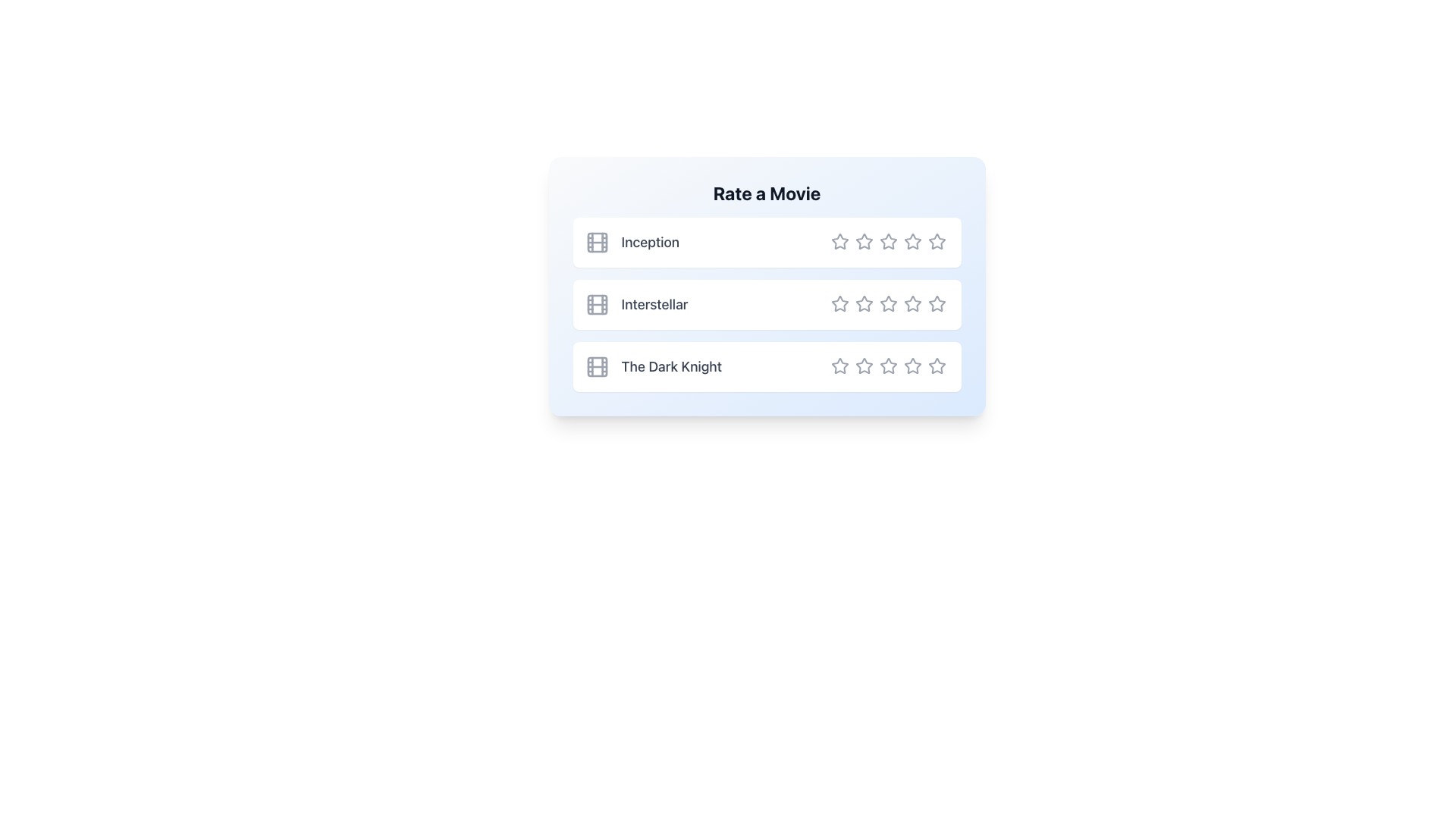 The height and width of the screenshot is (819, 1456). I want to click on the third star in the five-star rating system for the movie 'The Dark Knight', so click(888, 366).